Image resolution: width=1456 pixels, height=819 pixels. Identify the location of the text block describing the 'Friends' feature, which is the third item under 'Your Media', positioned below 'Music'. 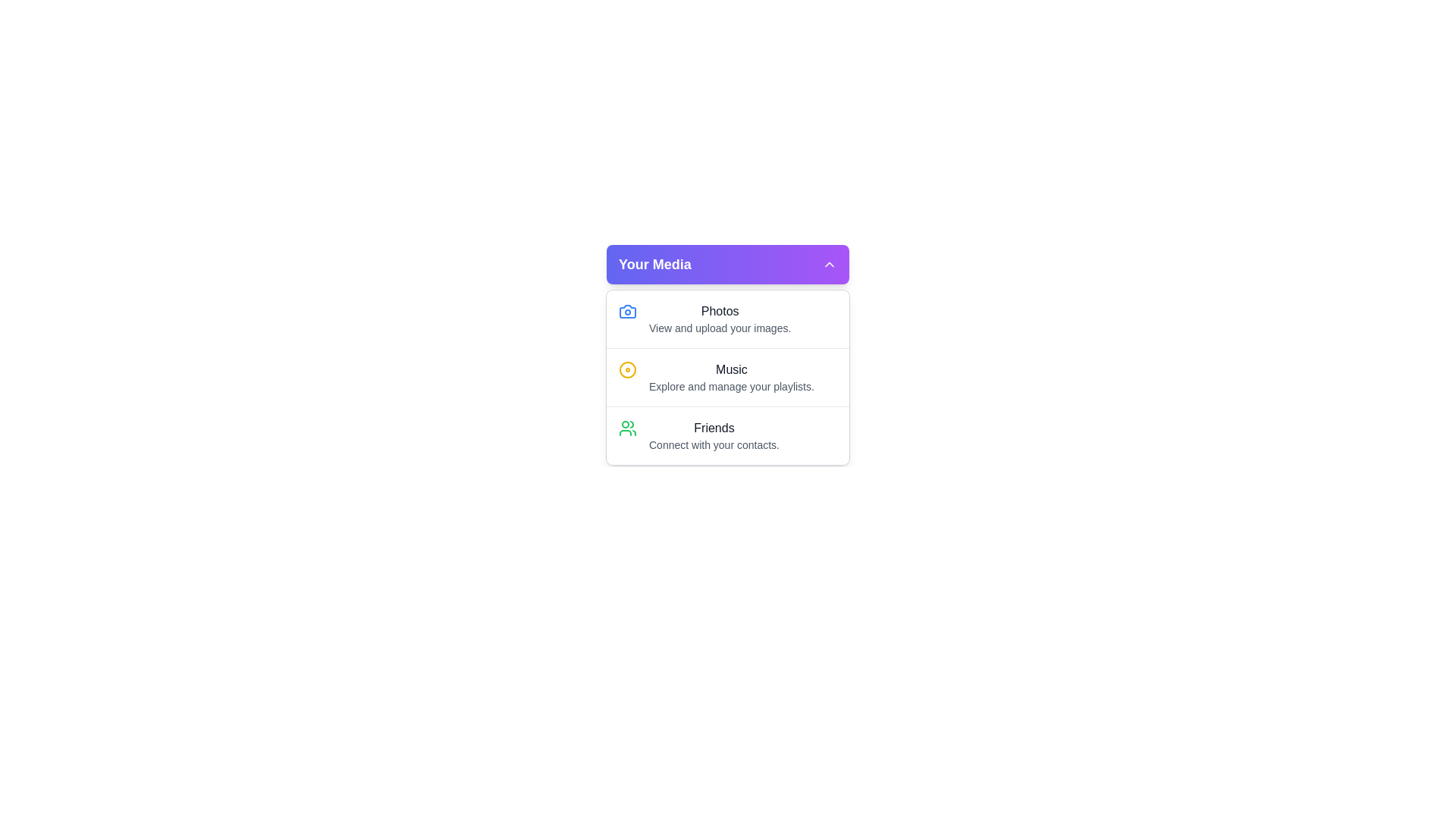
(713, 435).